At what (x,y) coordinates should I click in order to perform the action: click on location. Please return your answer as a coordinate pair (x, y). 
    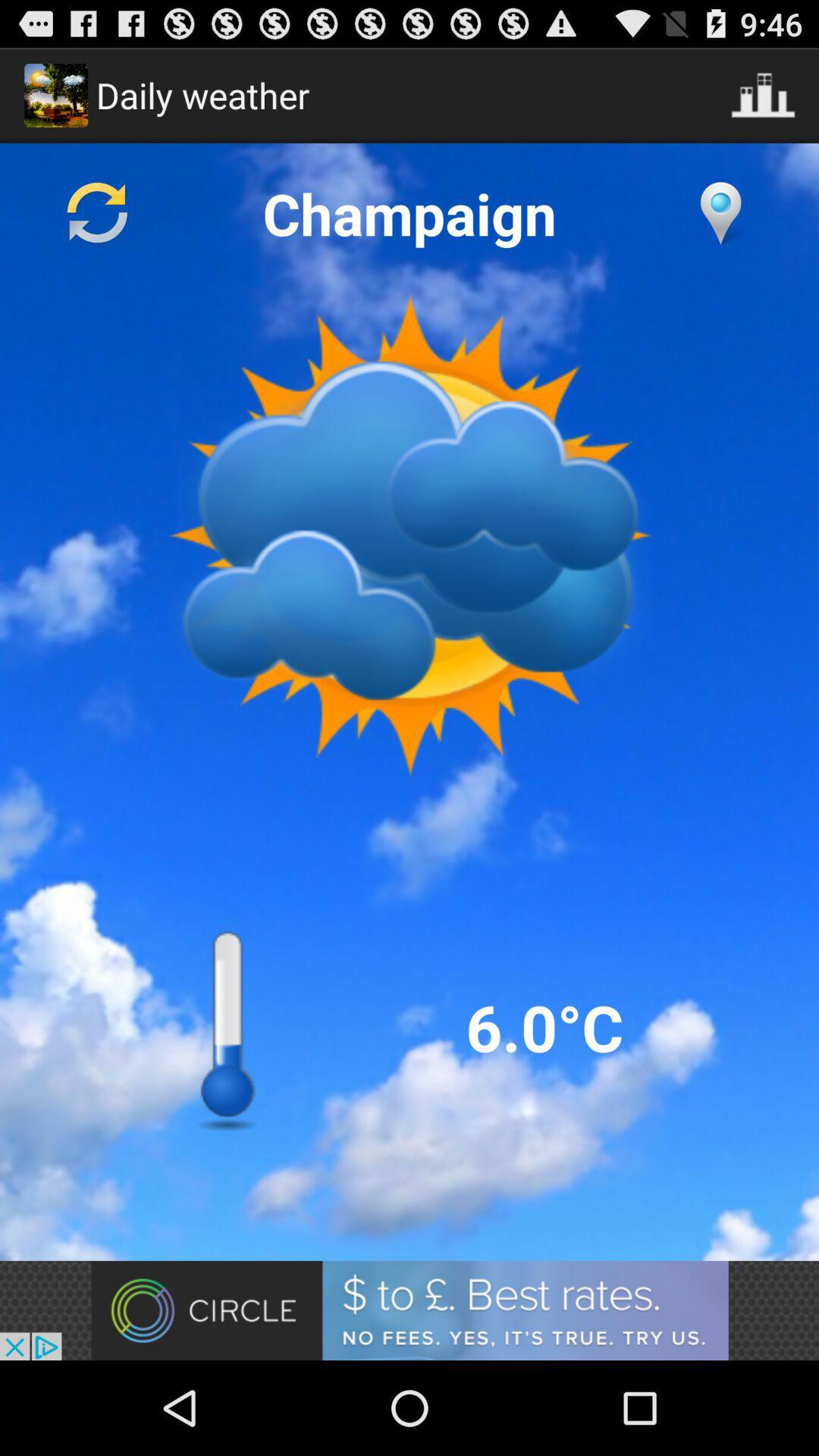
    Looking at the image, I should click on (720, 212).